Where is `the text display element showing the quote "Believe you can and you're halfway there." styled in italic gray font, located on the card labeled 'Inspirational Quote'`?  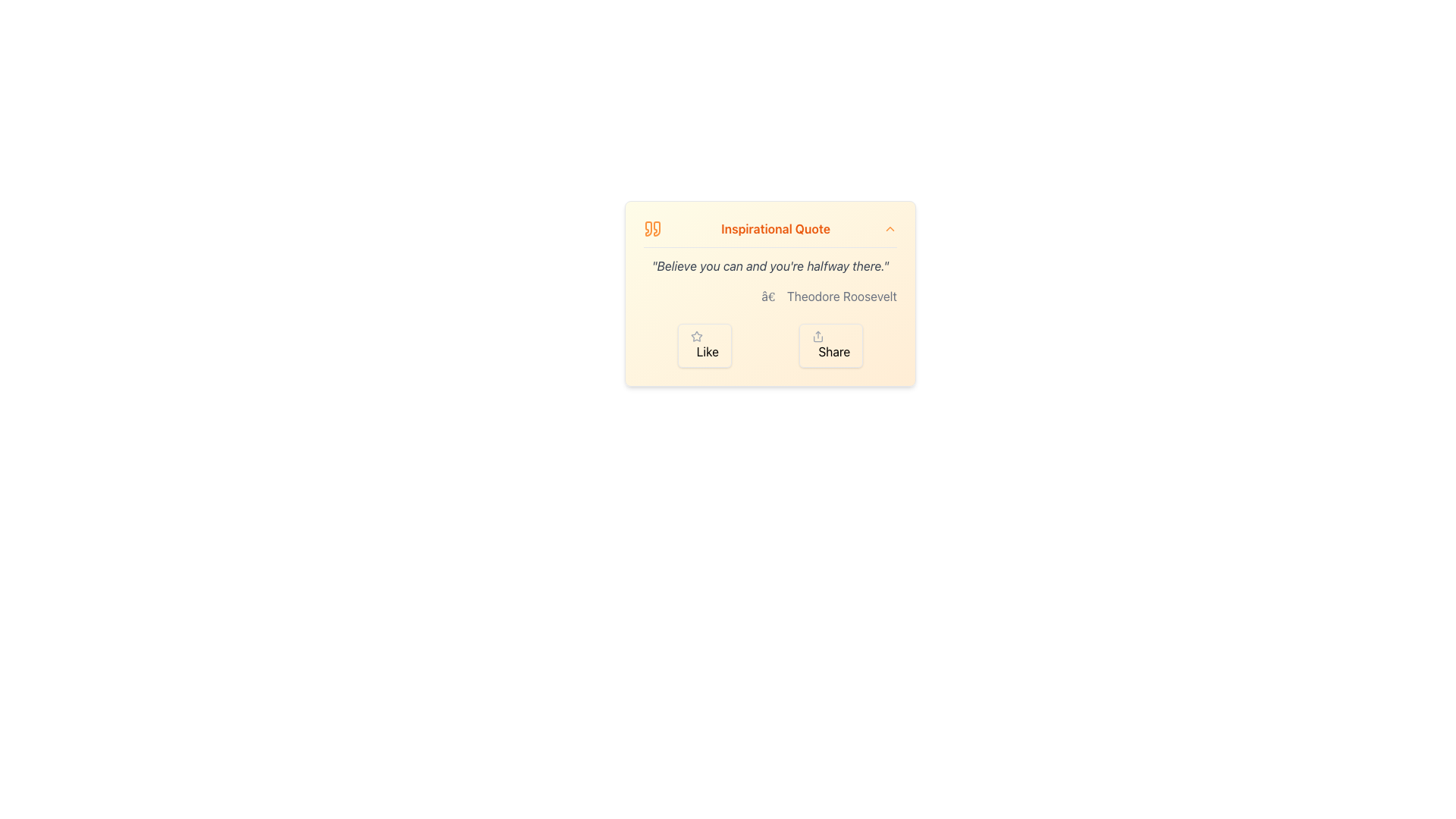
the text display element showing the quote "Believe you can and you're halfway there." styled in italic gray font, located on the card labeled 'Inspirational Quote' is located at coordinates (770, 265).